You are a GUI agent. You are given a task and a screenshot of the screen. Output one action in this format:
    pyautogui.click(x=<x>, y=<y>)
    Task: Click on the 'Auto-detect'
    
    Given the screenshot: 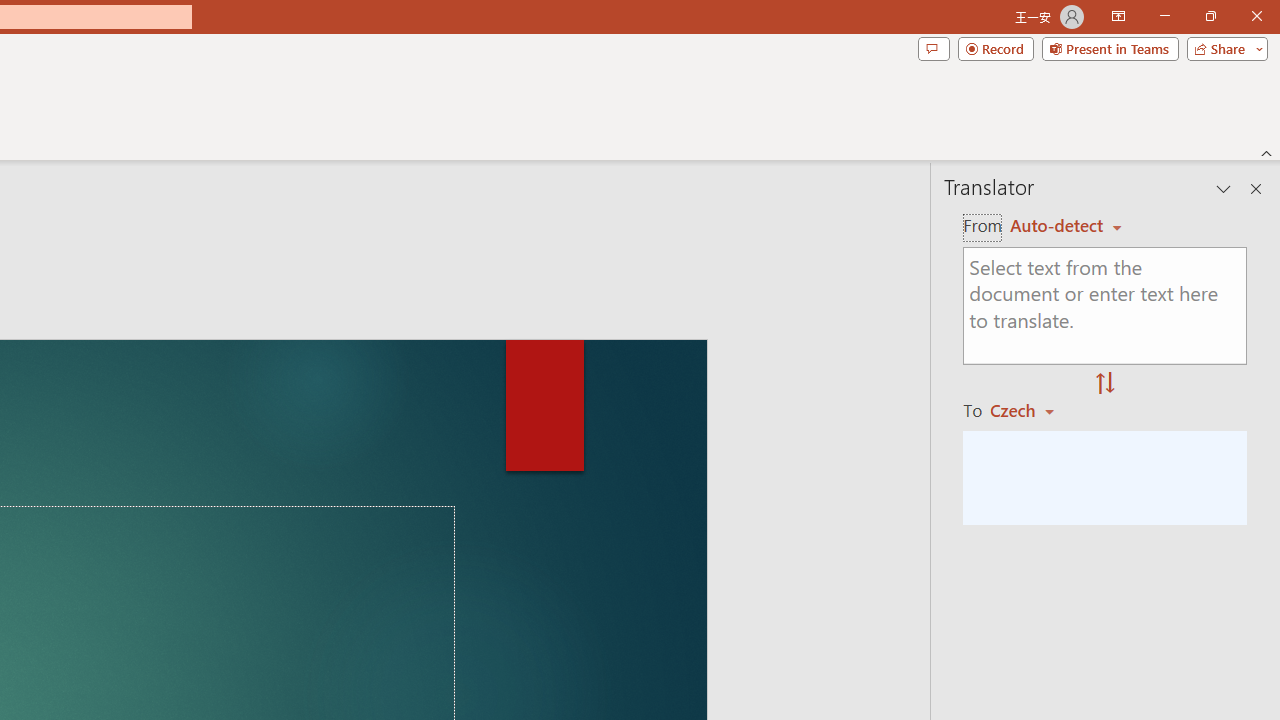 What is the action you would take?
    pyautogui.click(x=1065, y=225)
    